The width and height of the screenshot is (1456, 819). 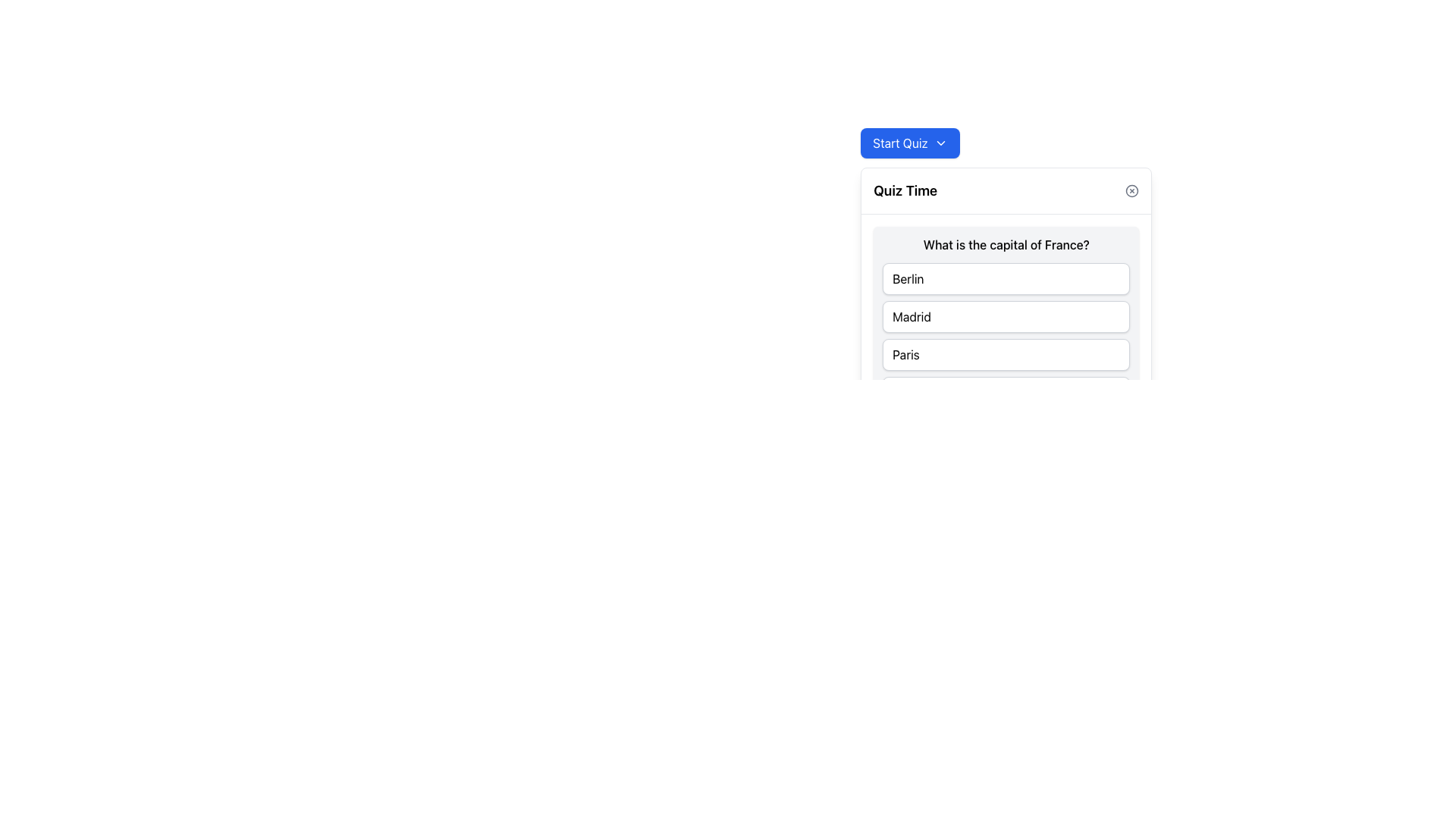 I want to click on the icon located to the right of the 'Start Quiz' button, which indicates expandable menu functionality, so click(x=940, y=143).